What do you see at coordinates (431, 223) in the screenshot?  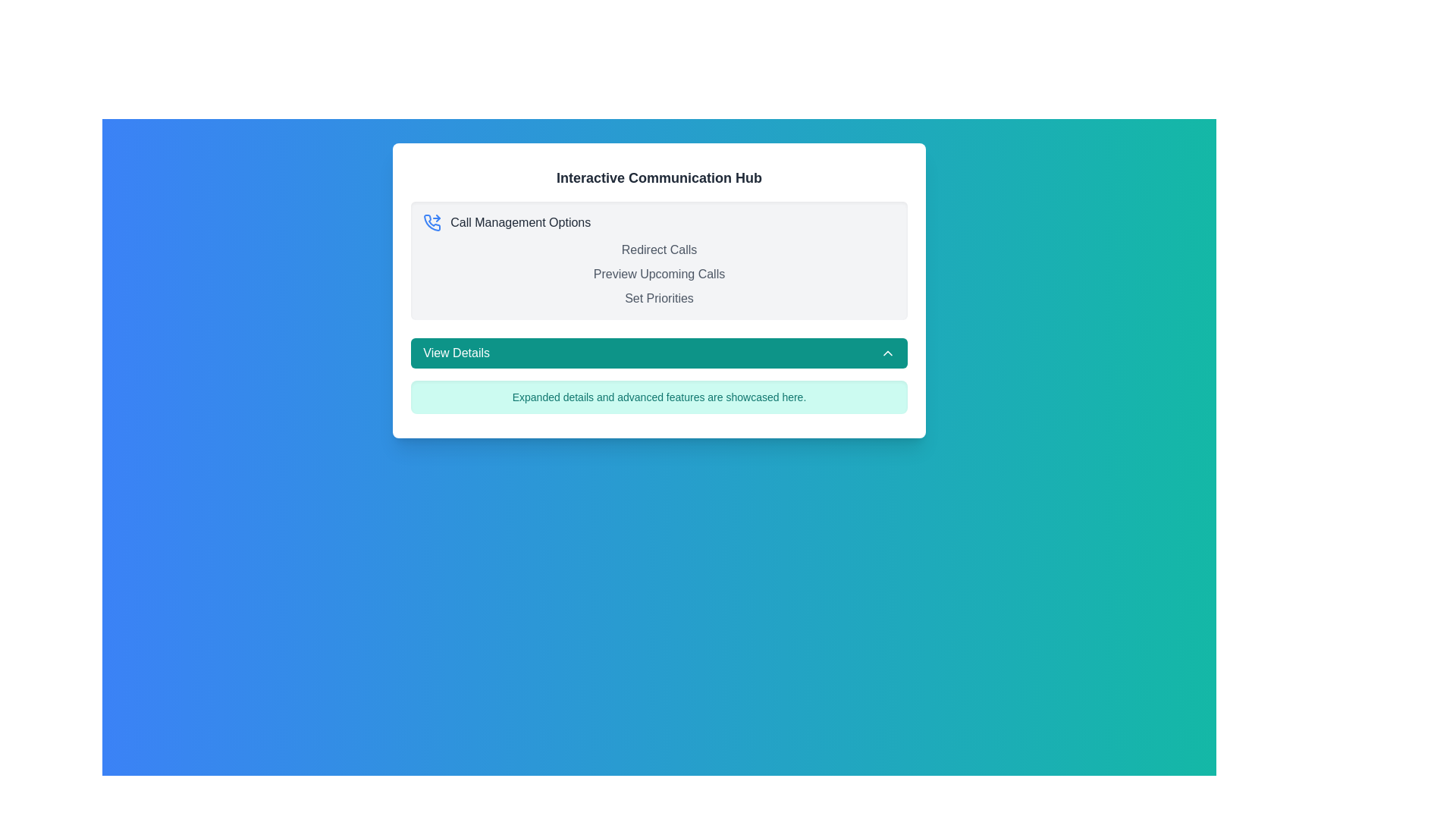 I see `the phone icon with an outward arrow indicating call forwarding functionality, located in the upper-left corner of the 'Call Management Options' card` at bounding box center [431, 223].